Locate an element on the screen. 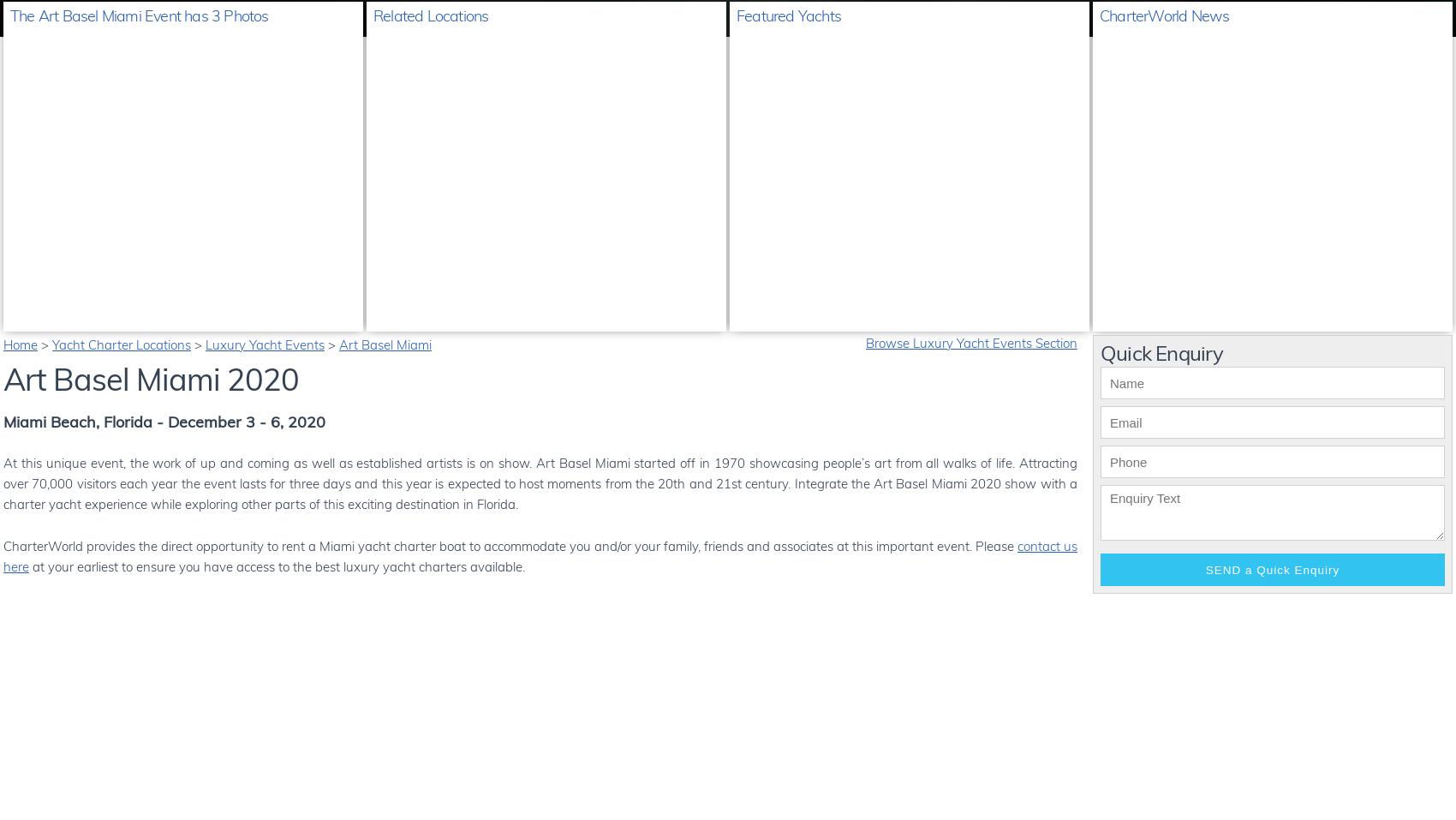 This screenshot has height=820, width=1456. 'Every Feadship yacht tells its own unique story ...' is located at coordinates (1240, 315).